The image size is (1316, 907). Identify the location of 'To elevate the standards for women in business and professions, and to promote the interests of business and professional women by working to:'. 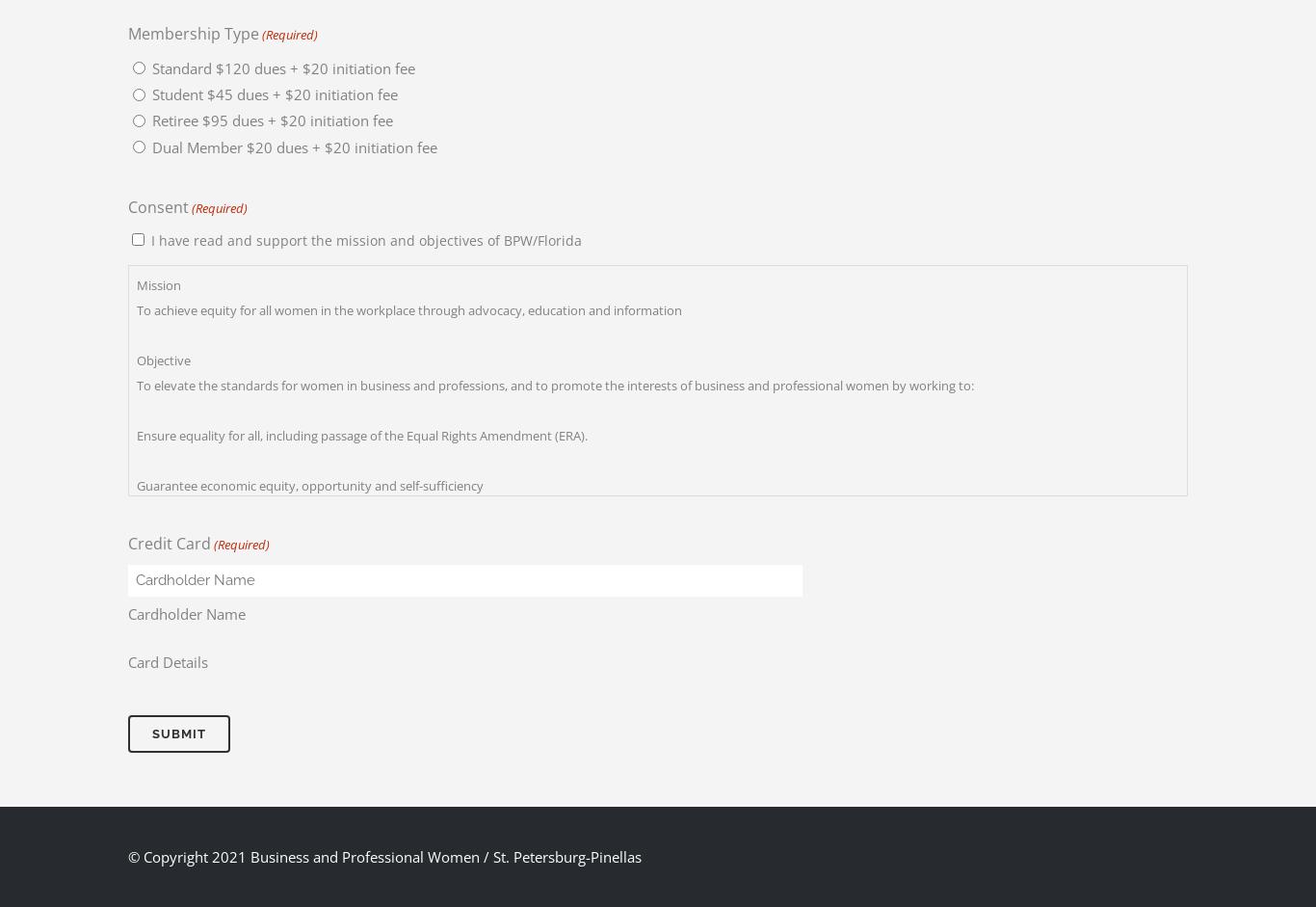
(554, 383).